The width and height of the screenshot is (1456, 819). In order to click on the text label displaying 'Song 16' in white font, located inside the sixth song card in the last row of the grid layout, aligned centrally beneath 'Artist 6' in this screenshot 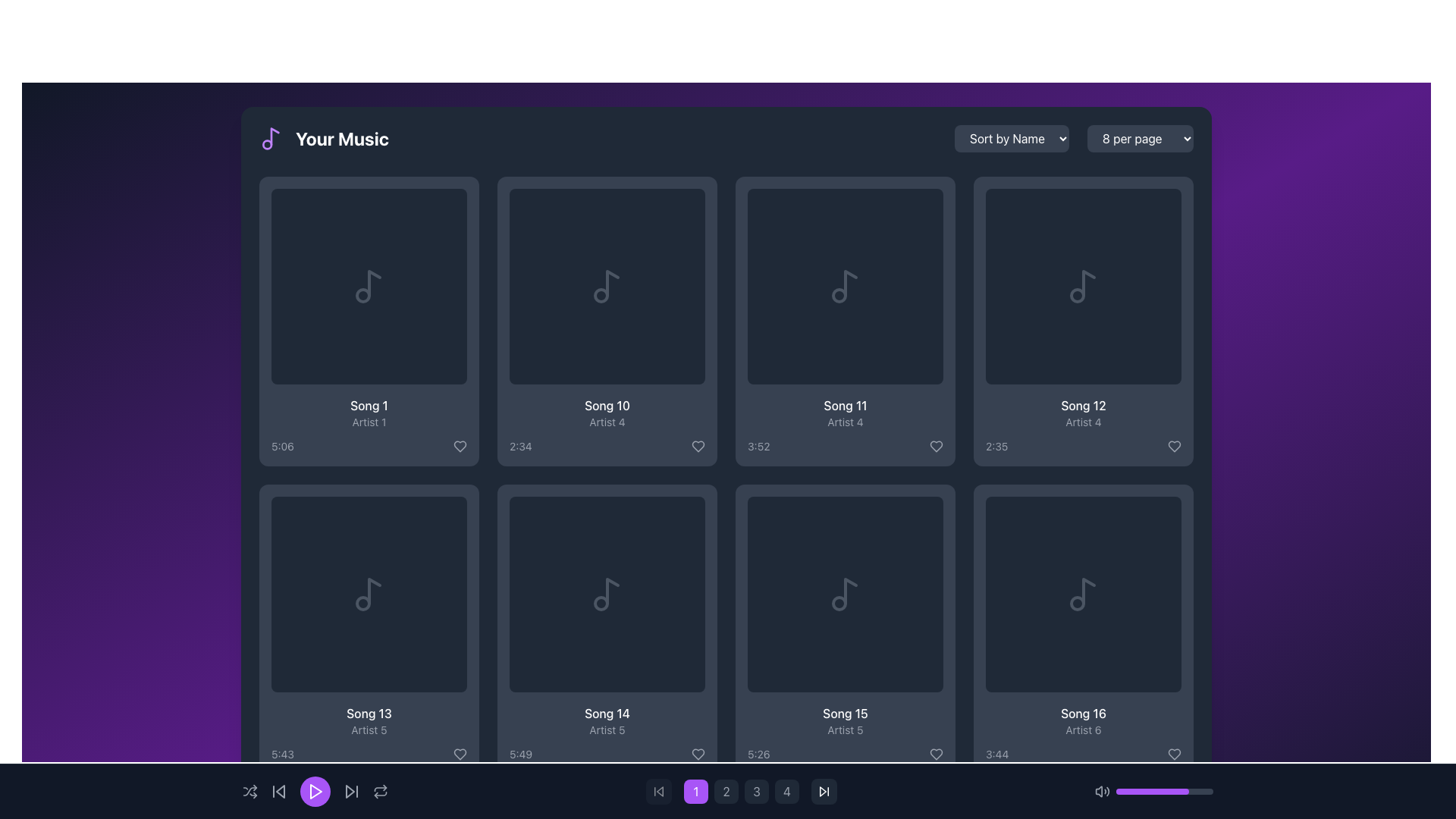, I will do `click(1083, 714)`.